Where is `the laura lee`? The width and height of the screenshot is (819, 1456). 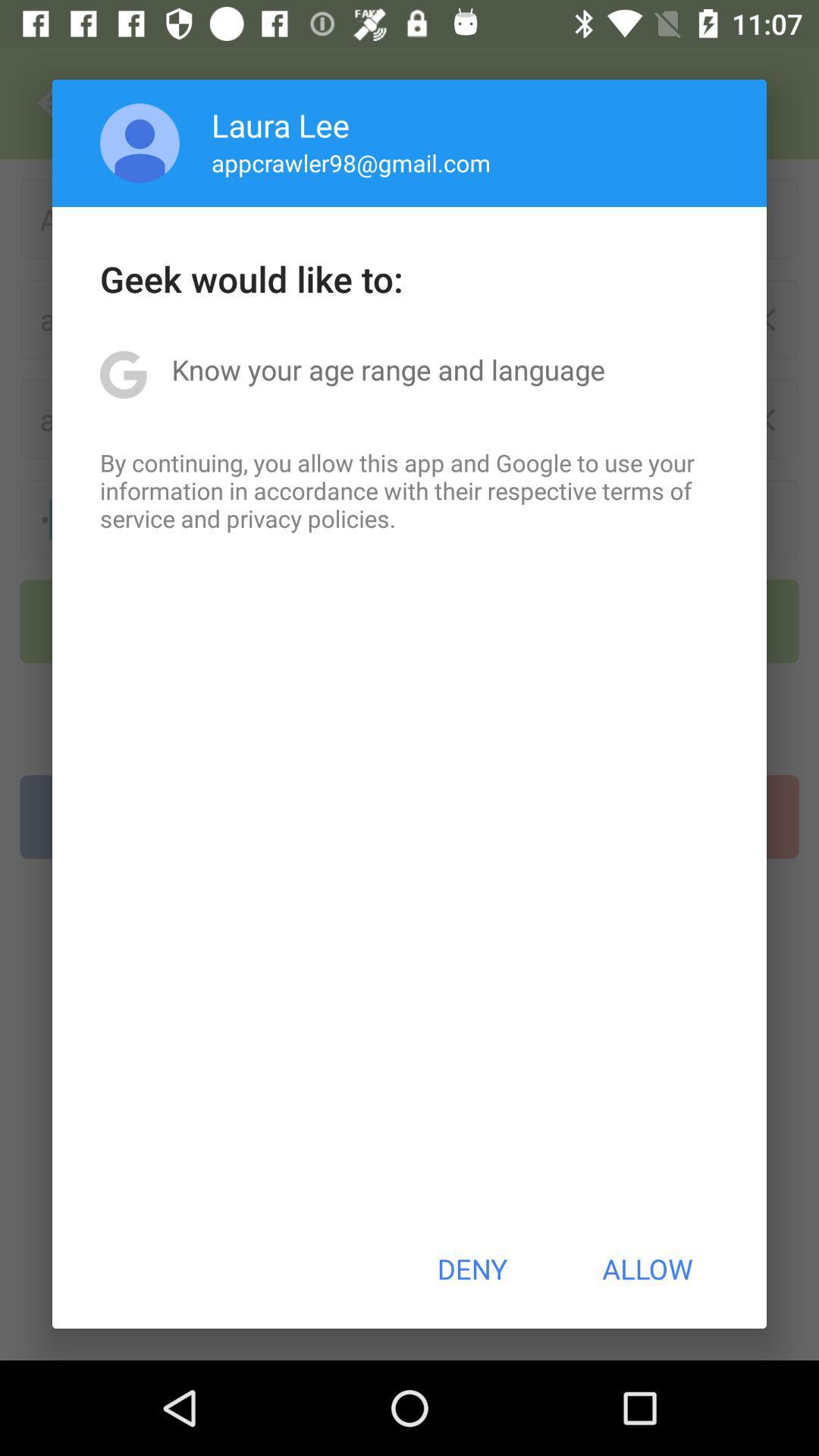 the laura lee is located at coordinates (281, 124).